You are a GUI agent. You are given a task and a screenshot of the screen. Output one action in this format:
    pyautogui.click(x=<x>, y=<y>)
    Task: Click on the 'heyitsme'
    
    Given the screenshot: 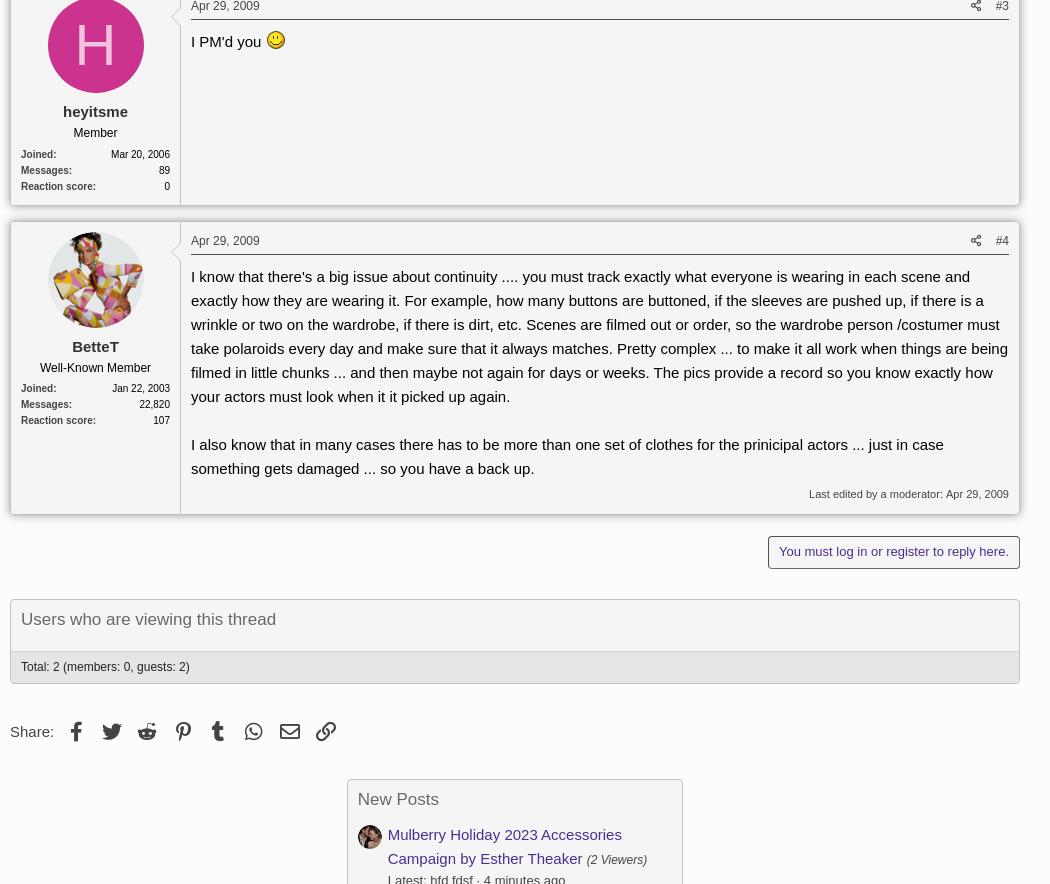 What is the action you would take?
    pyautogui.click(x=95, y=110)
    